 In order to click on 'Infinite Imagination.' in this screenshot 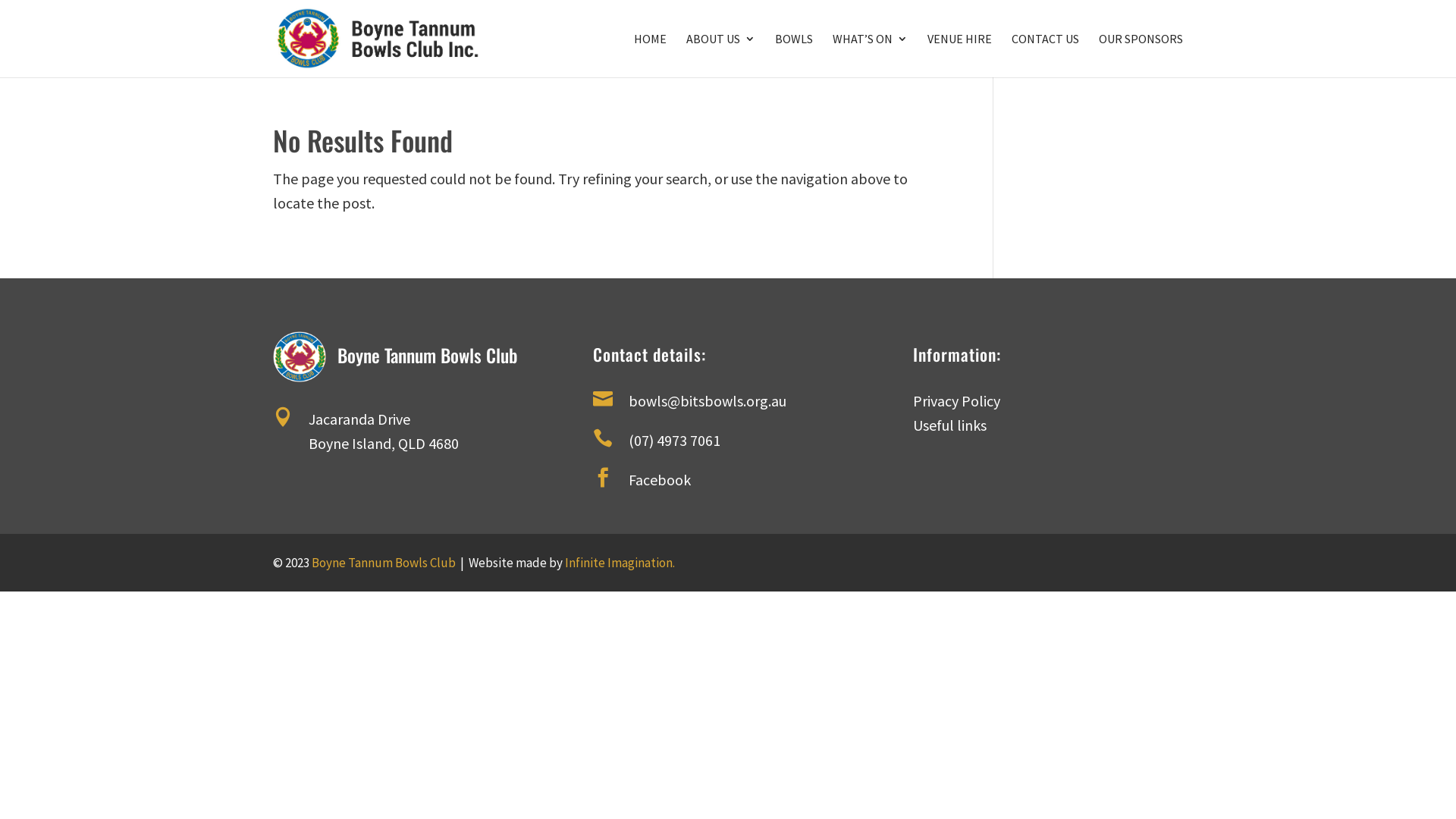, I will do `click(620, 562)`.